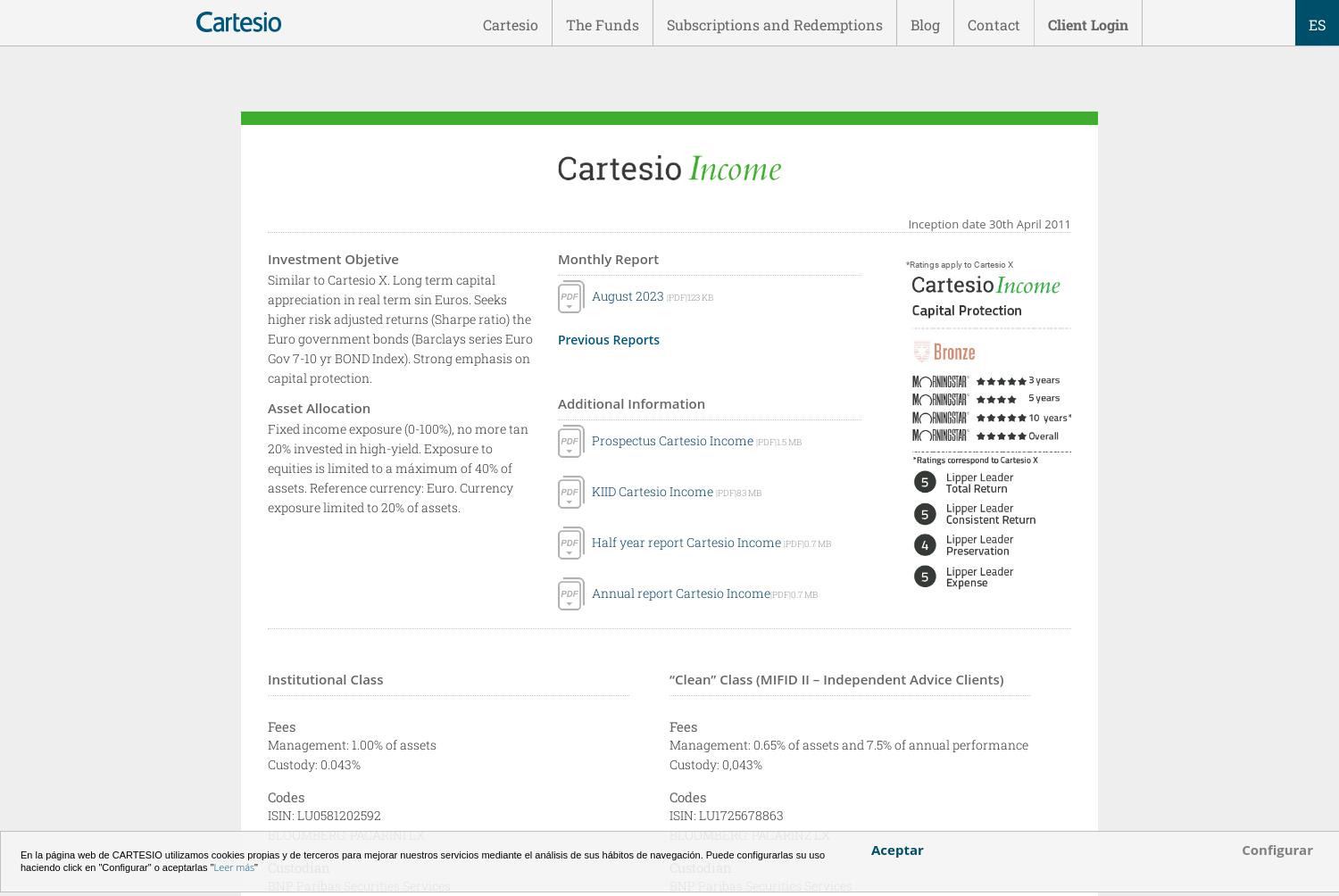 The image size is (1339, 896). What do you see at coordinates (318, 407) in the screenshot?
I see `'Asset Allocation'` at bounding box center [318, 407].